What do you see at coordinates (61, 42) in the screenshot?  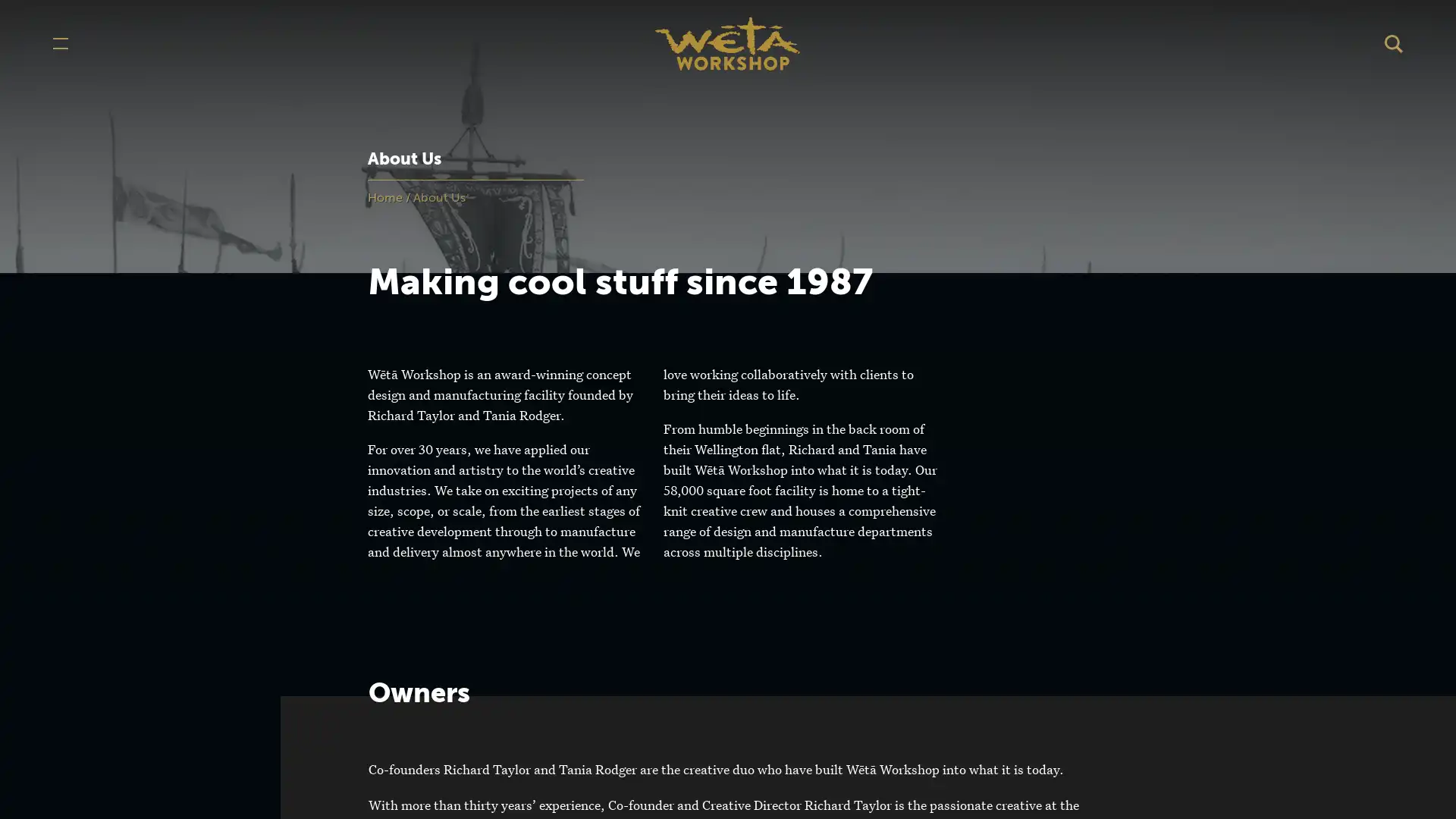 I see `Toggle navigation` at bounding box center [61, 42].